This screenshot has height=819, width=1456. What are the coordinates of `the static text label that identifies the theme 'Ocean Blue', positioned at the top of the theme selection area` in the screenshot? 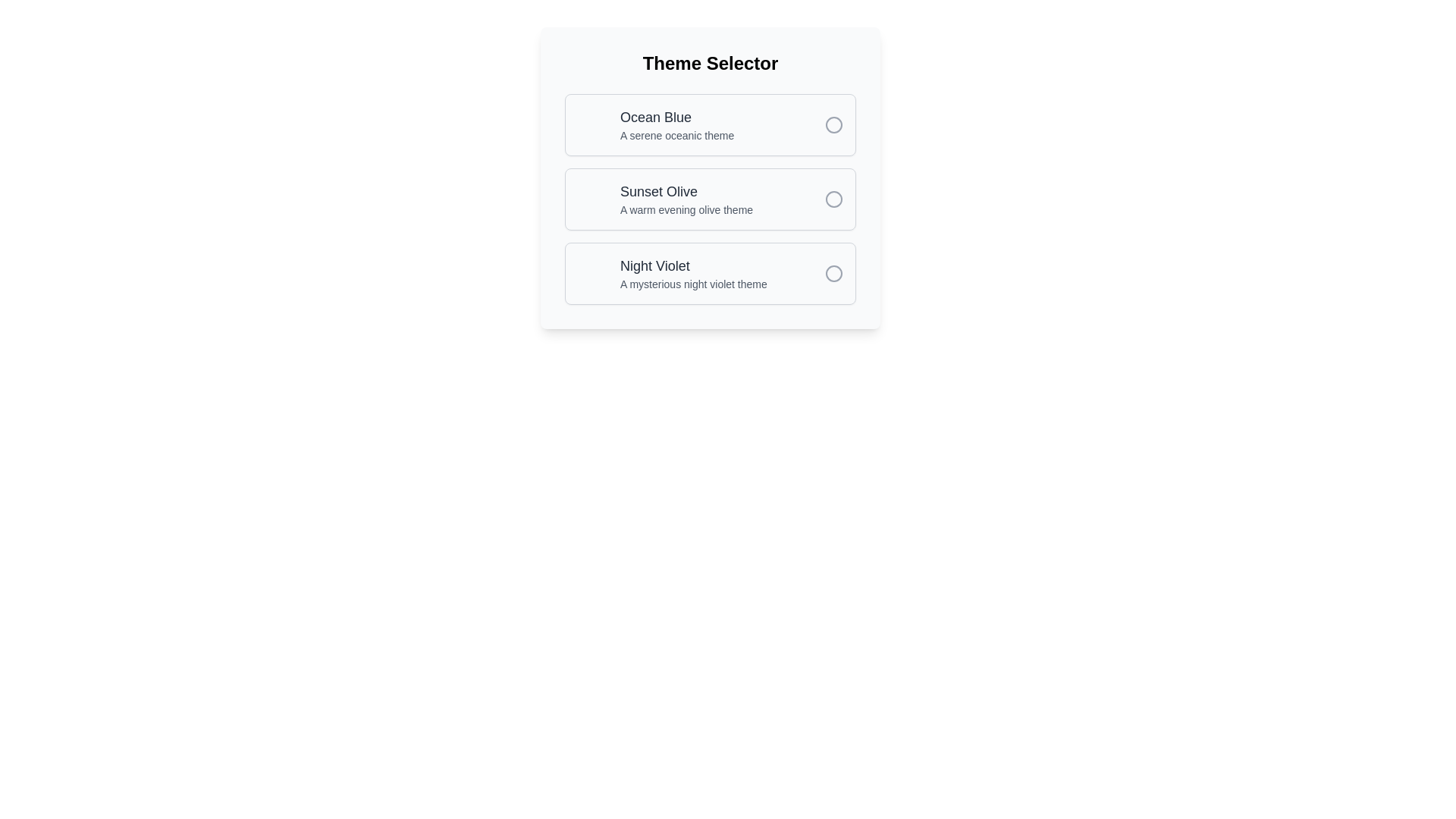 It's located at (676, 116).